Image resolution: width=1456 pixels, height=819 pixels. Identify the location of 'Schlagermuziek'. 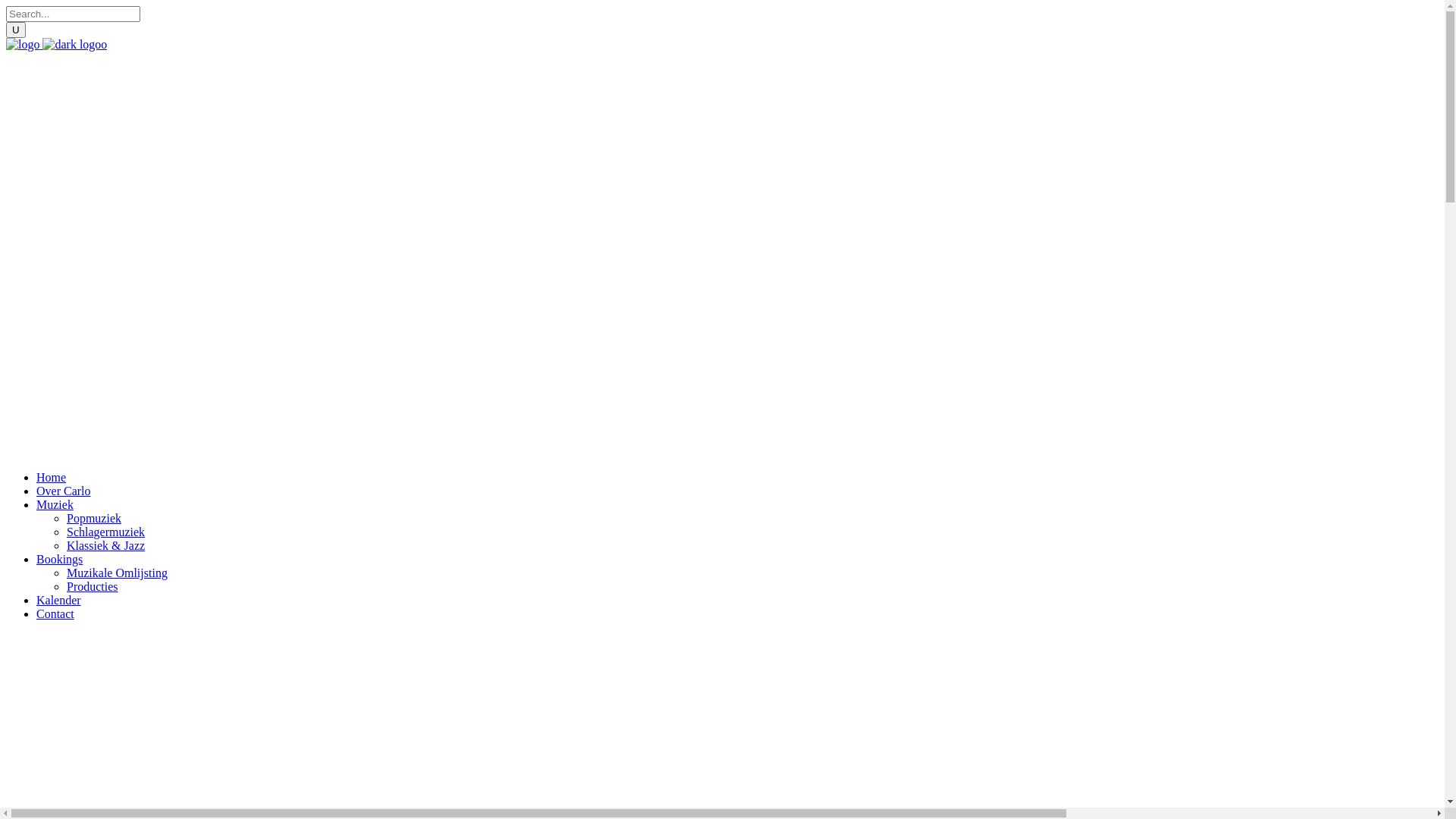
(105, 531).